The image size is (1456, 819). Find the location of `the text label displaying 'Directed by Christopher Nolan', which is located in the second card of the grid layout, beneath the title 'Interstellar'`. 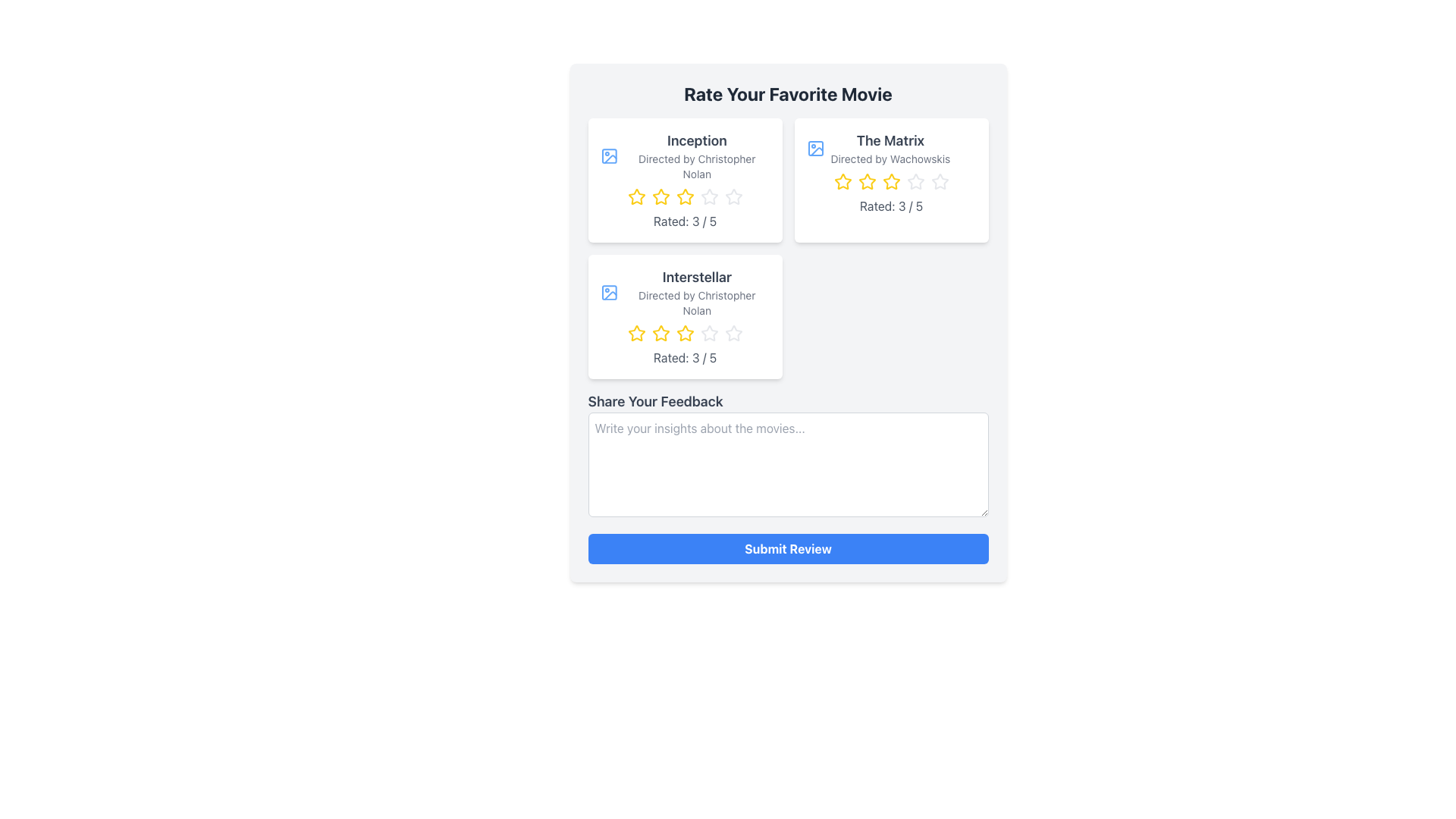

the text label displaying 'Directed by Christopher Nolan', which is located in the second card of the grid layout, beneath the title 'Interstellar' is located at coordinates (696, 303).